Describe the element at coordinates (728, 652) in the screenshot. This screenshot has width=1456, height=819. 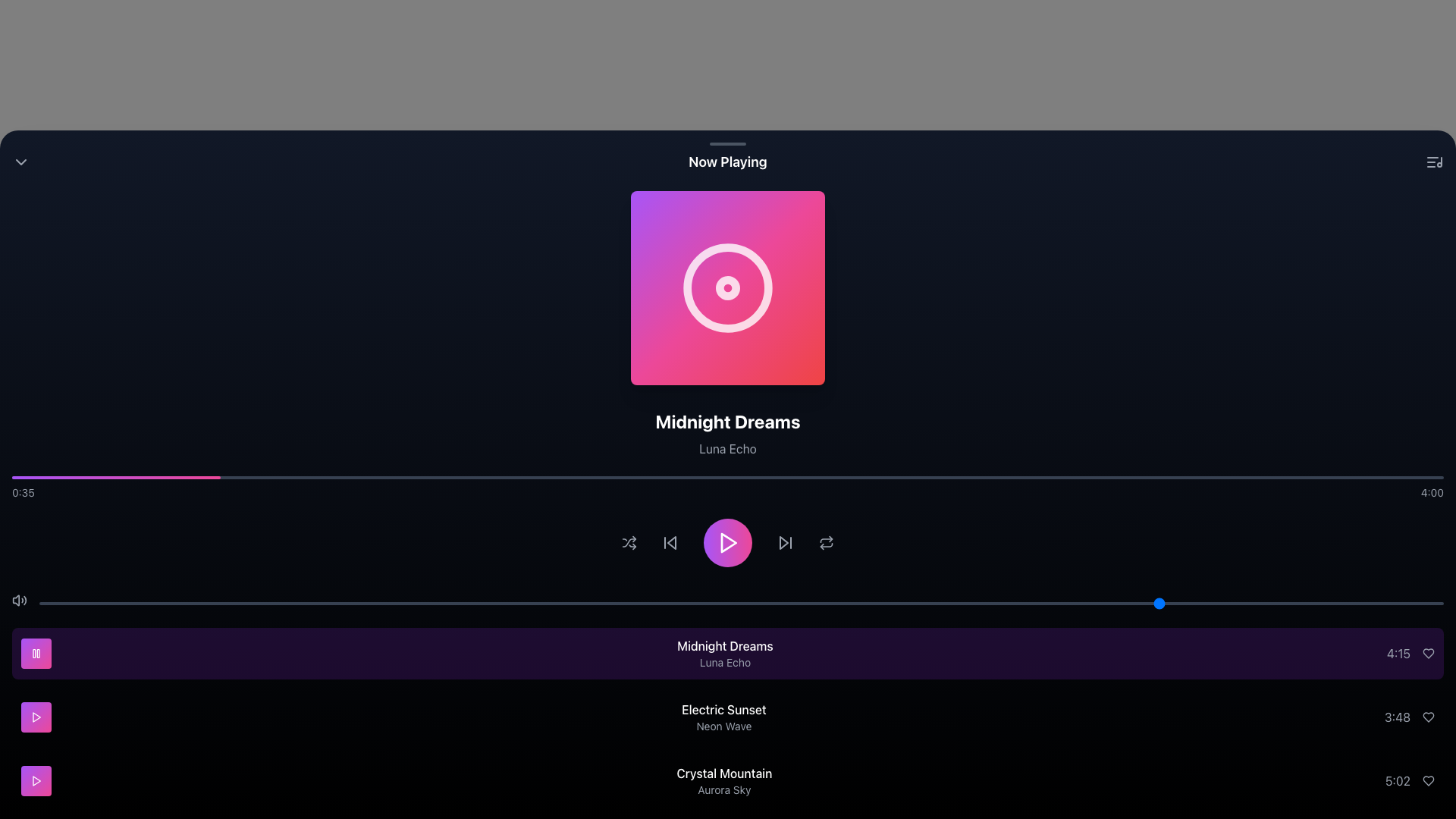
I see `the first song item in the playlist to play the corresponding song` at that location.